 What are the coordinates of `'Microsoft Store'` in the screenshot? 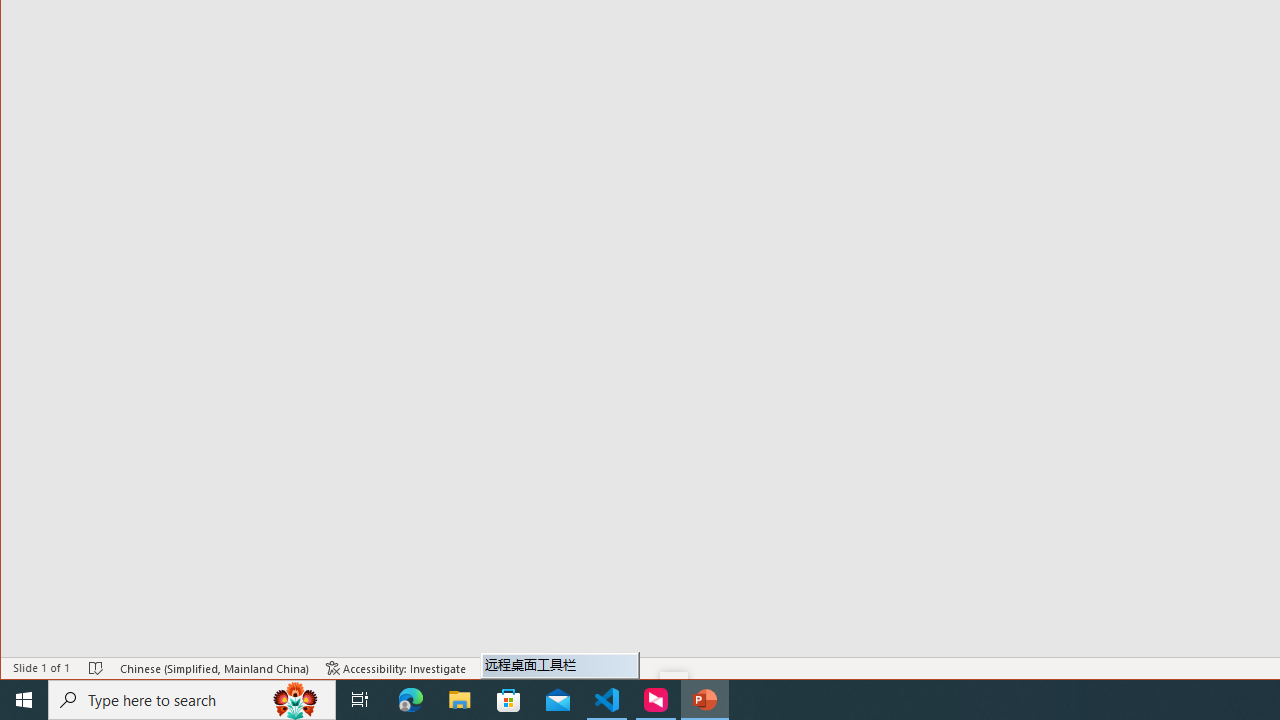 It's located at (509, 698).